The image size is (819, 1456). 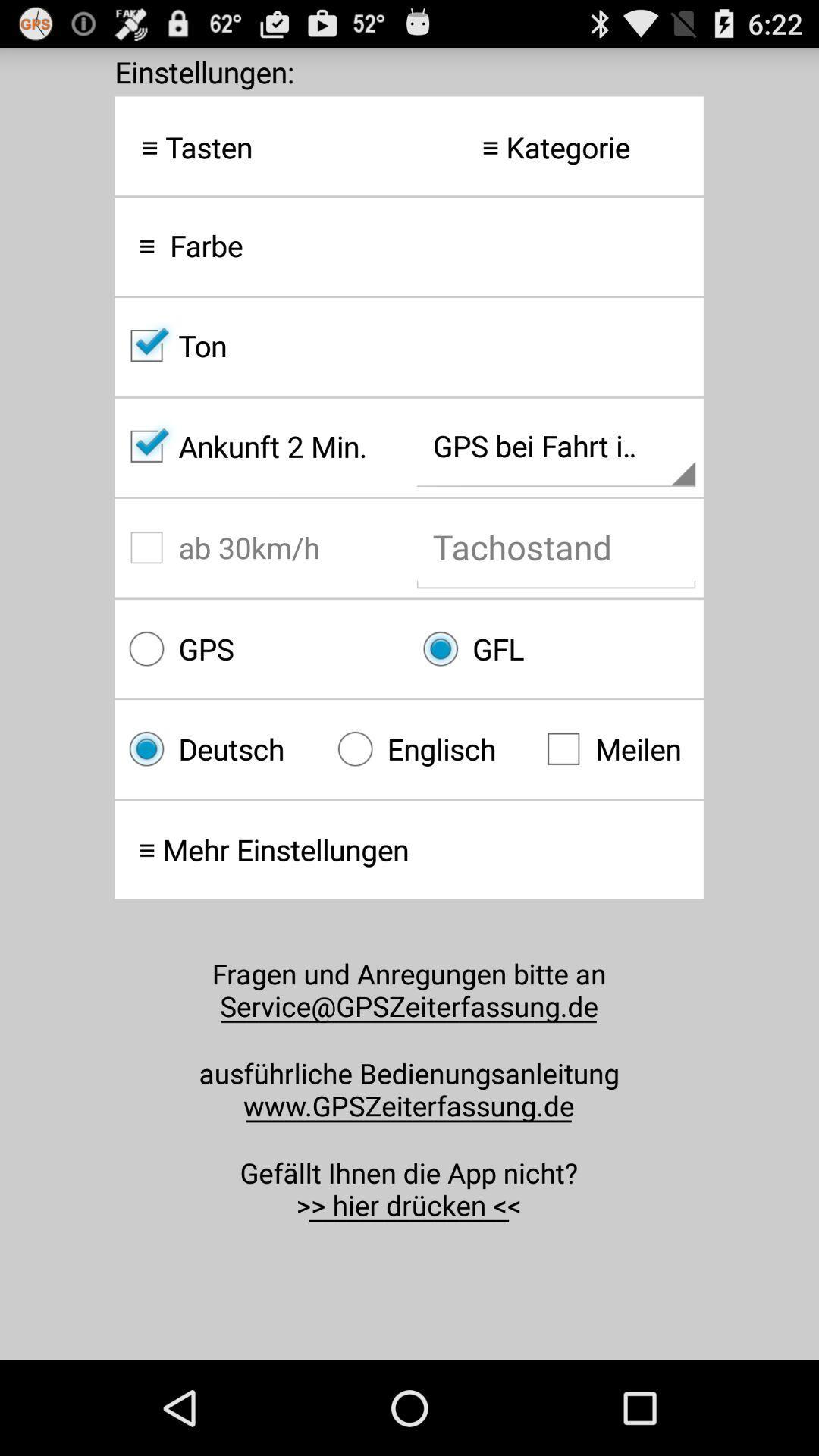 I want to click on radio button to the right of deutsch item, so click(x=428, y=748).